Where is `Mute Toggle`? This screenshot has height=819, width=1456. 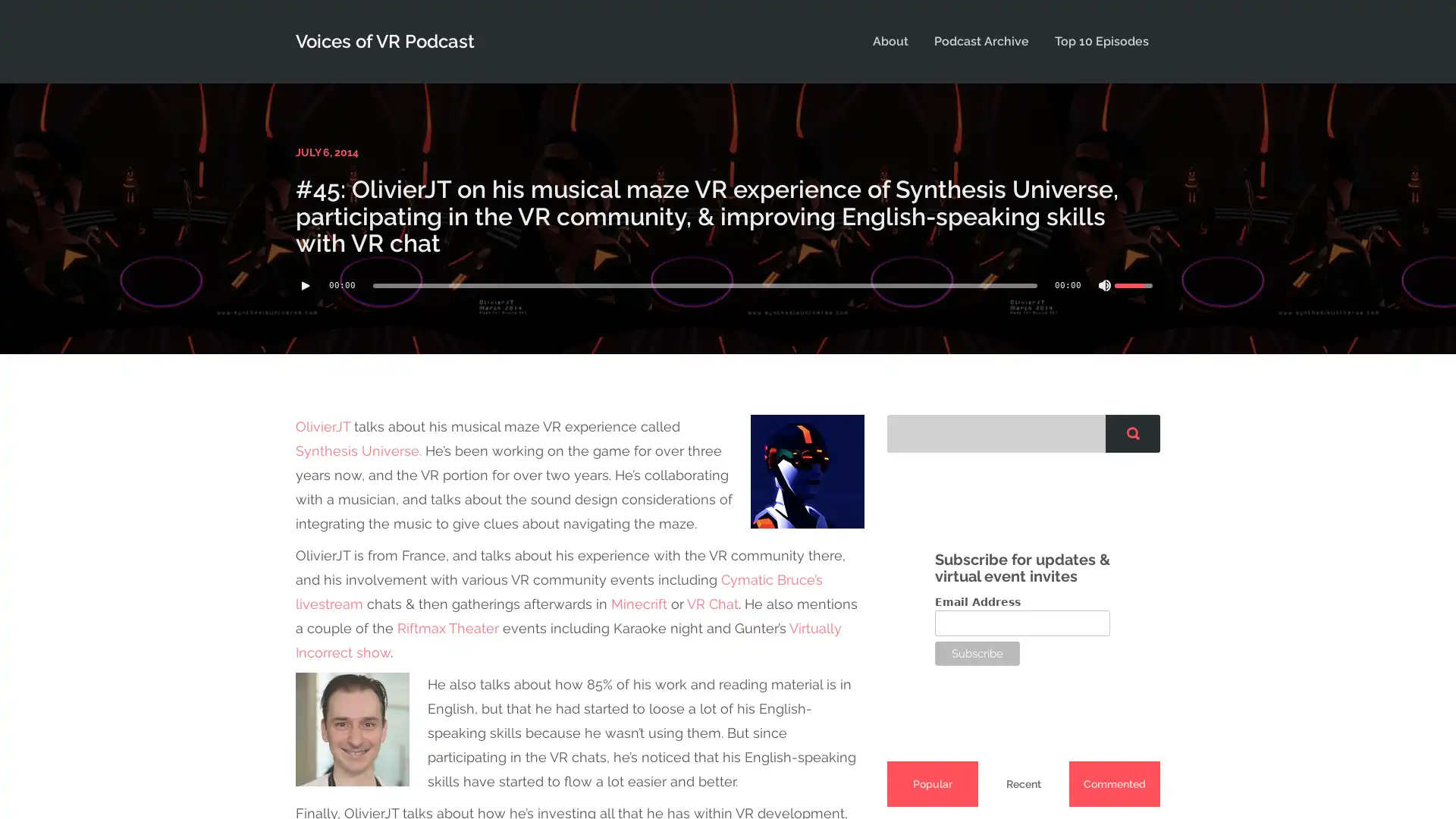 Mute Toggle is located at coordinates (1105, 284).